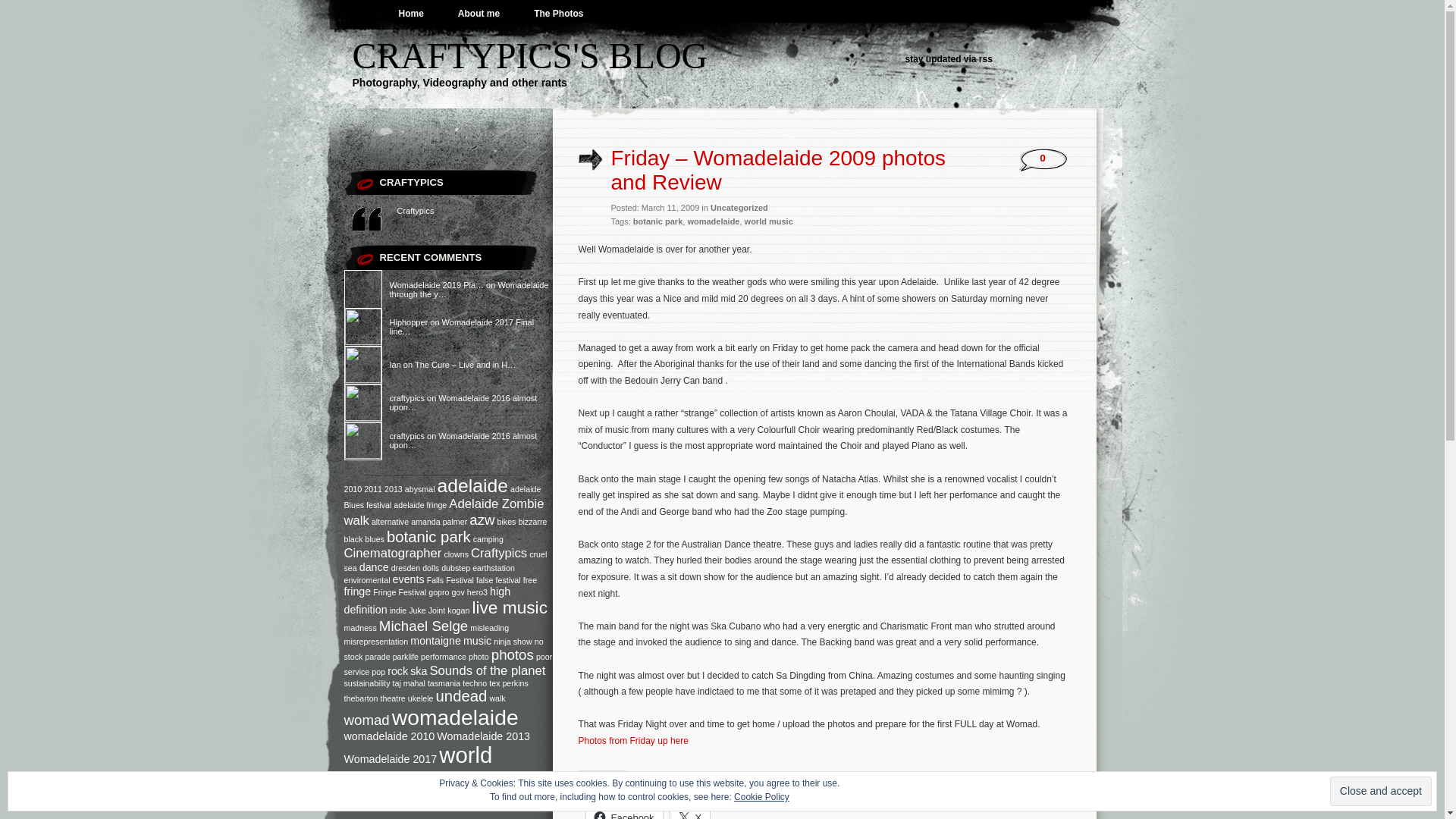  I want to click on 'blues', so click(364, 538).